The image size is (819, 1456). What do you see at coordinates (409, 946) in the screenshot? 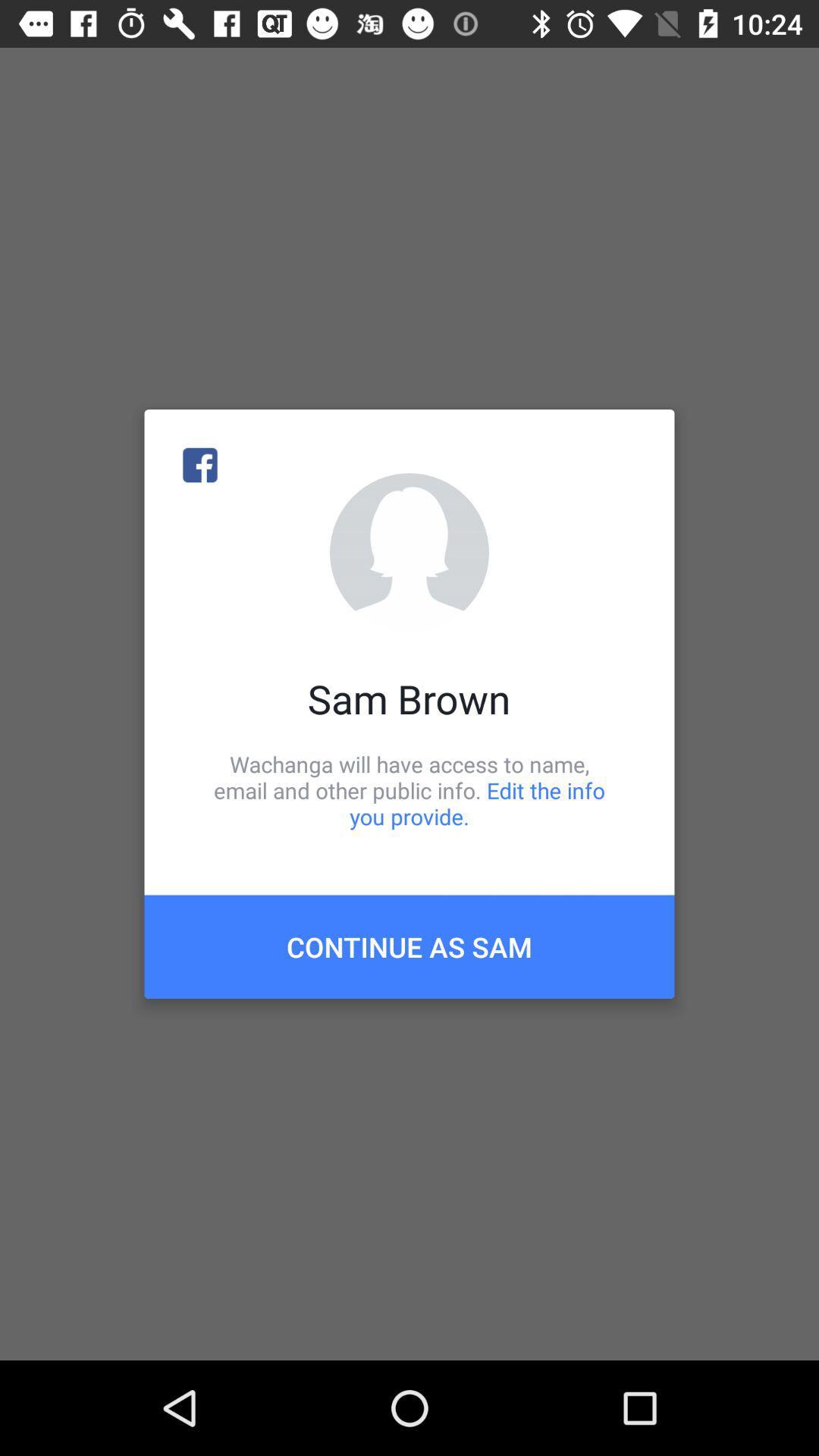
I see `continue as sam item` at bounding box center [409, 946].